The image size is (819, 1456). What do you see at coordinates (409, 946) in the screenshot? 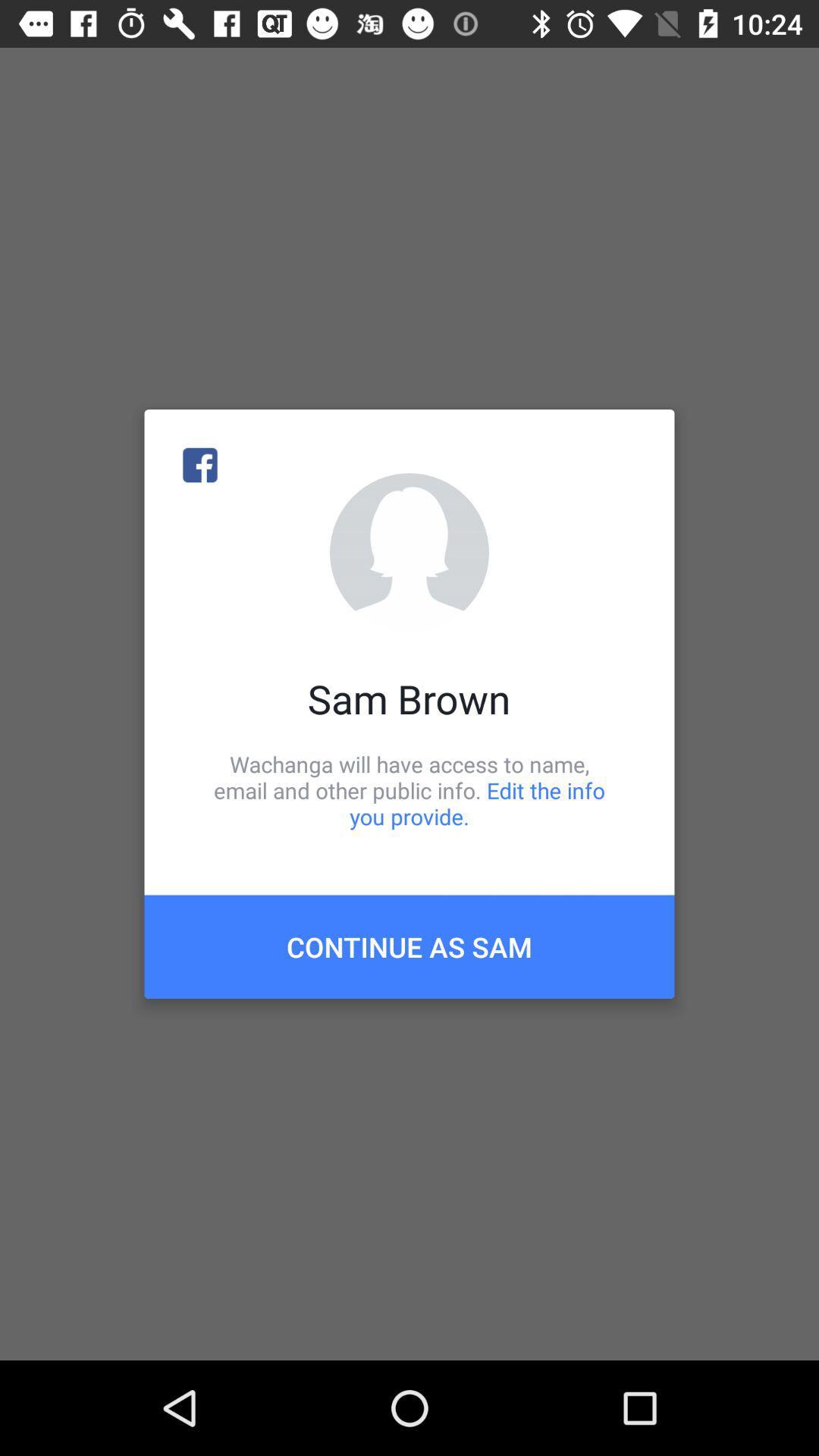
I see `continue as sam item` at bounding box center [409, 946].